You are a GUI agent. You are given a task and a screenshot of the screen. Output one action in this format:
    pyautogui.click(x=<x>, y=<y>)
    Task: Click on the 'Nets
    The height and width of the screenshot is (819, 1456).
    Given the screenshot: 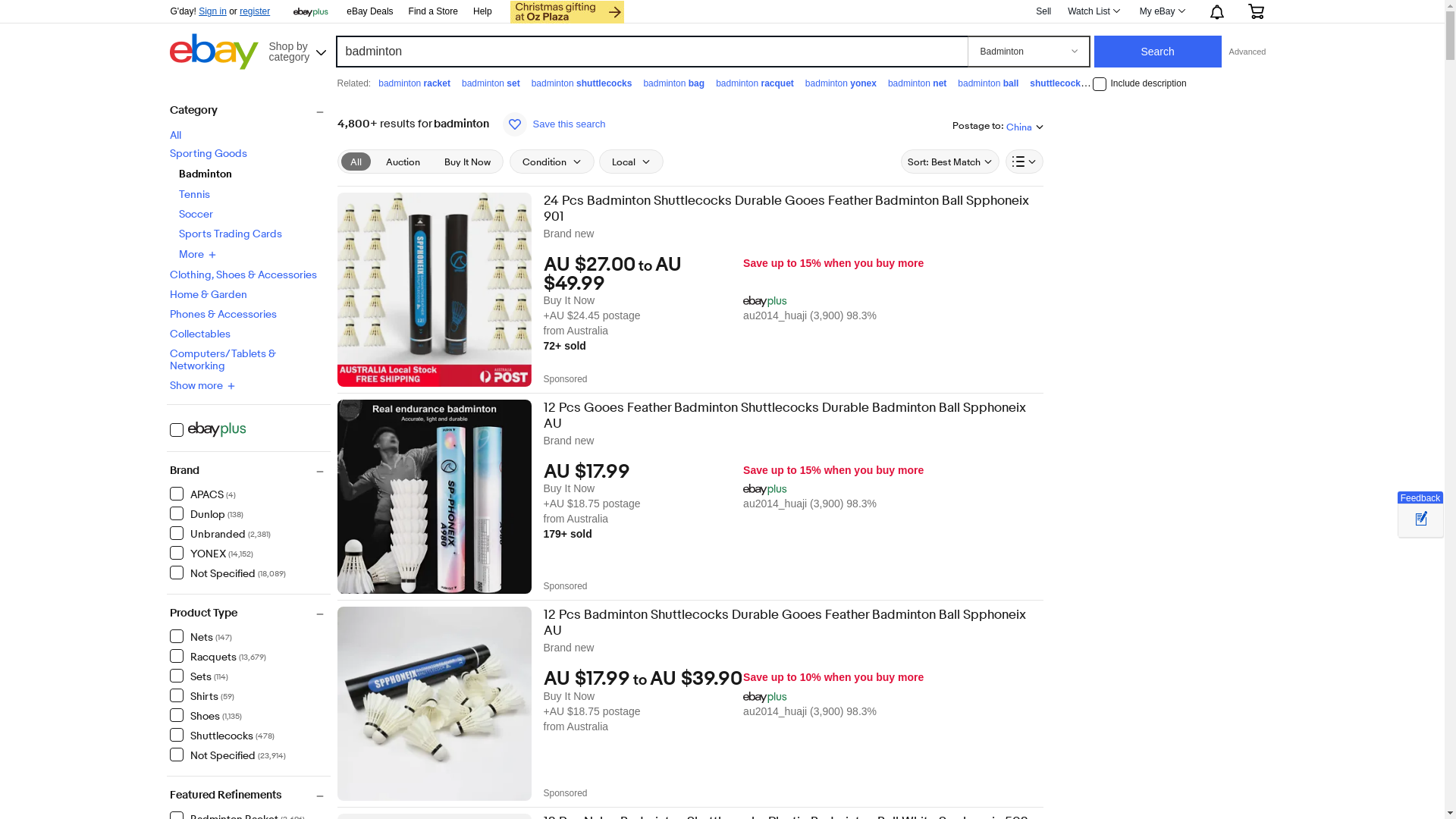 What is the action you would take?
    pyautogui.click(x=199, y=636)
    